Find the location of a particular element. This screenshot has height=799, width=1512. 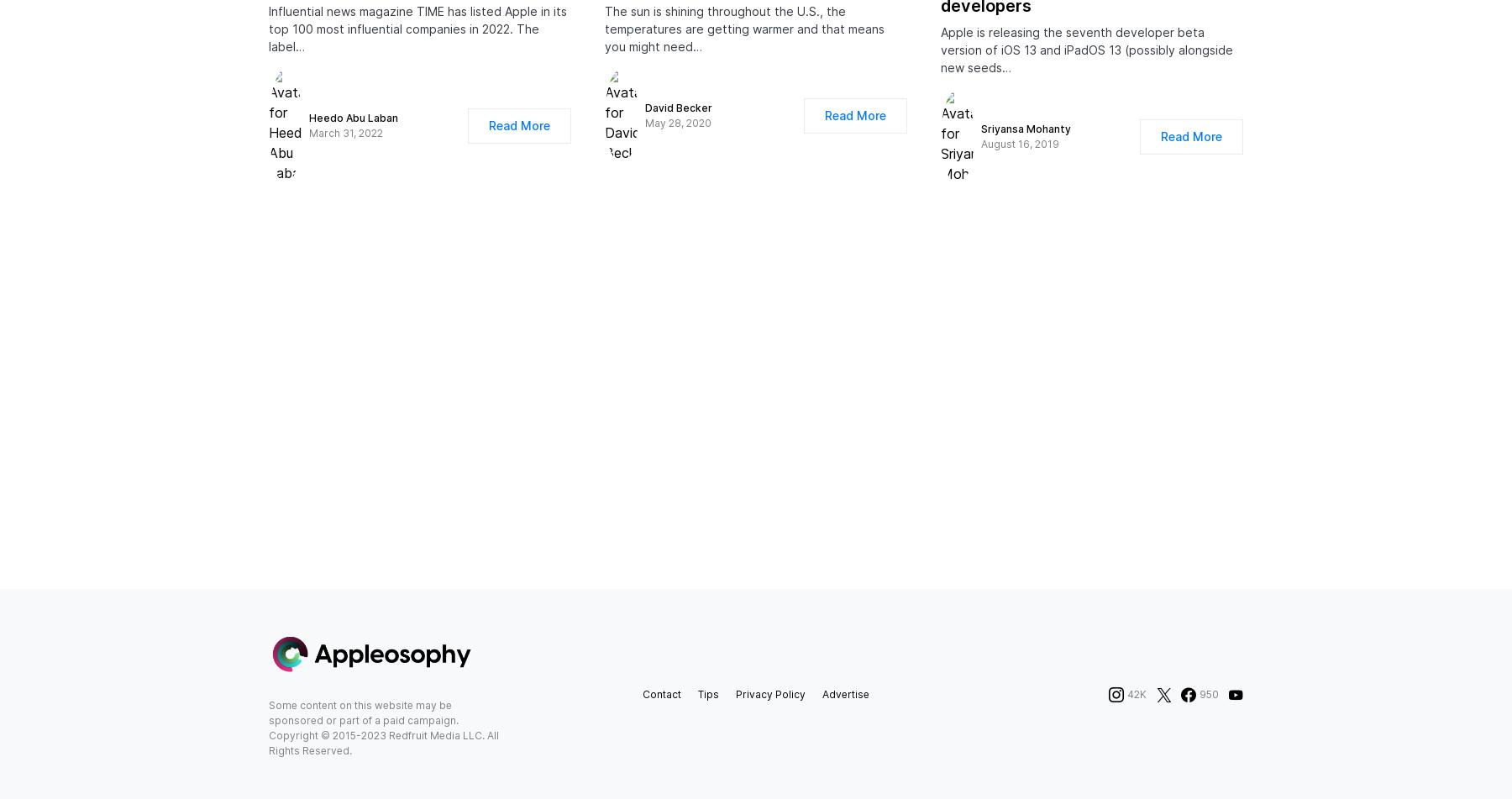

'Apple is releasing the seventh developer beta version of iOS 13 and iPadOS 13 (possibly alongside new seeds…' is located at coordinates (1087, 66).